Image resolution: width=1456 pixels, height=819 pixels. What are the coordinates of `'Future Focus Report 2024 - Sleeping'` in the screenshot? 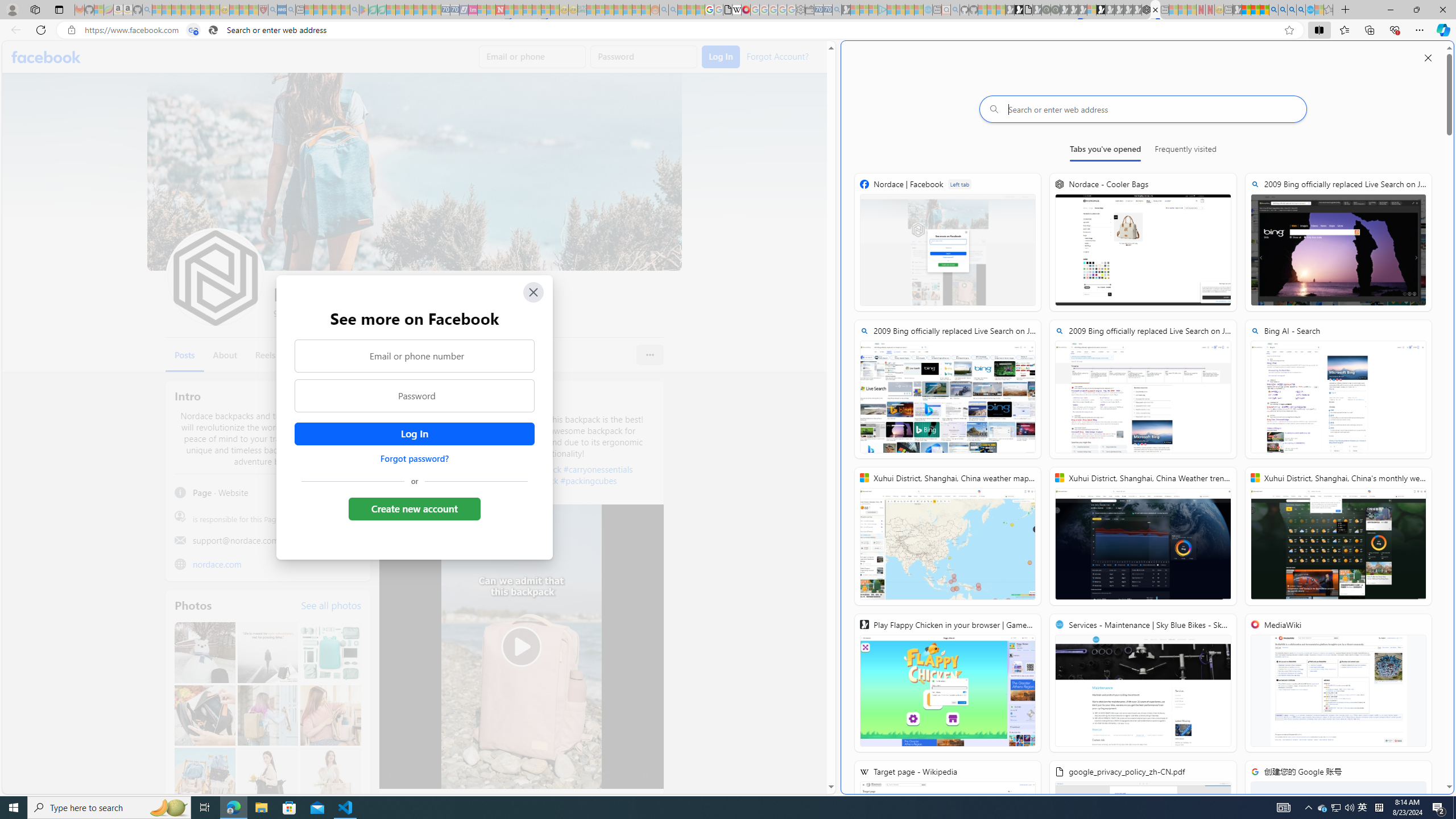 It's located at (1054, 9).